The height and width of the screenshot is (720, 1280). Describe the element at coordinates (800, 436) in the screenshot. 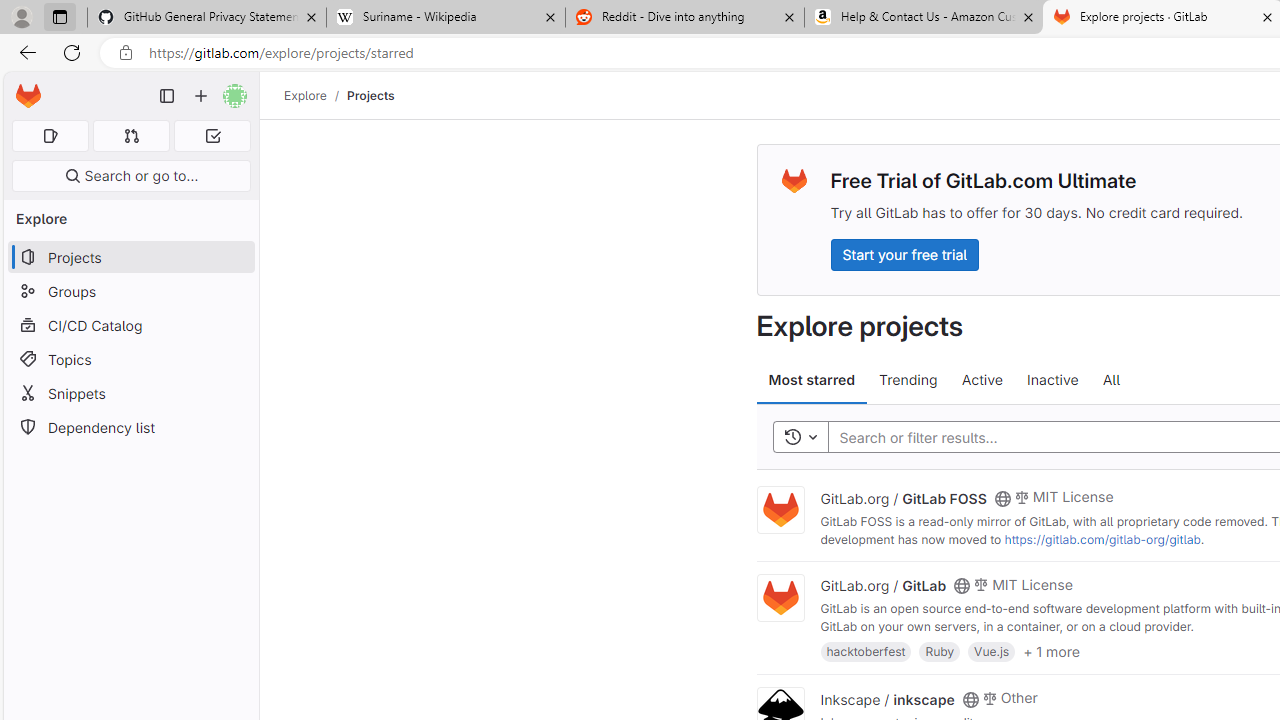

I see `'Toggle history'` at that location.